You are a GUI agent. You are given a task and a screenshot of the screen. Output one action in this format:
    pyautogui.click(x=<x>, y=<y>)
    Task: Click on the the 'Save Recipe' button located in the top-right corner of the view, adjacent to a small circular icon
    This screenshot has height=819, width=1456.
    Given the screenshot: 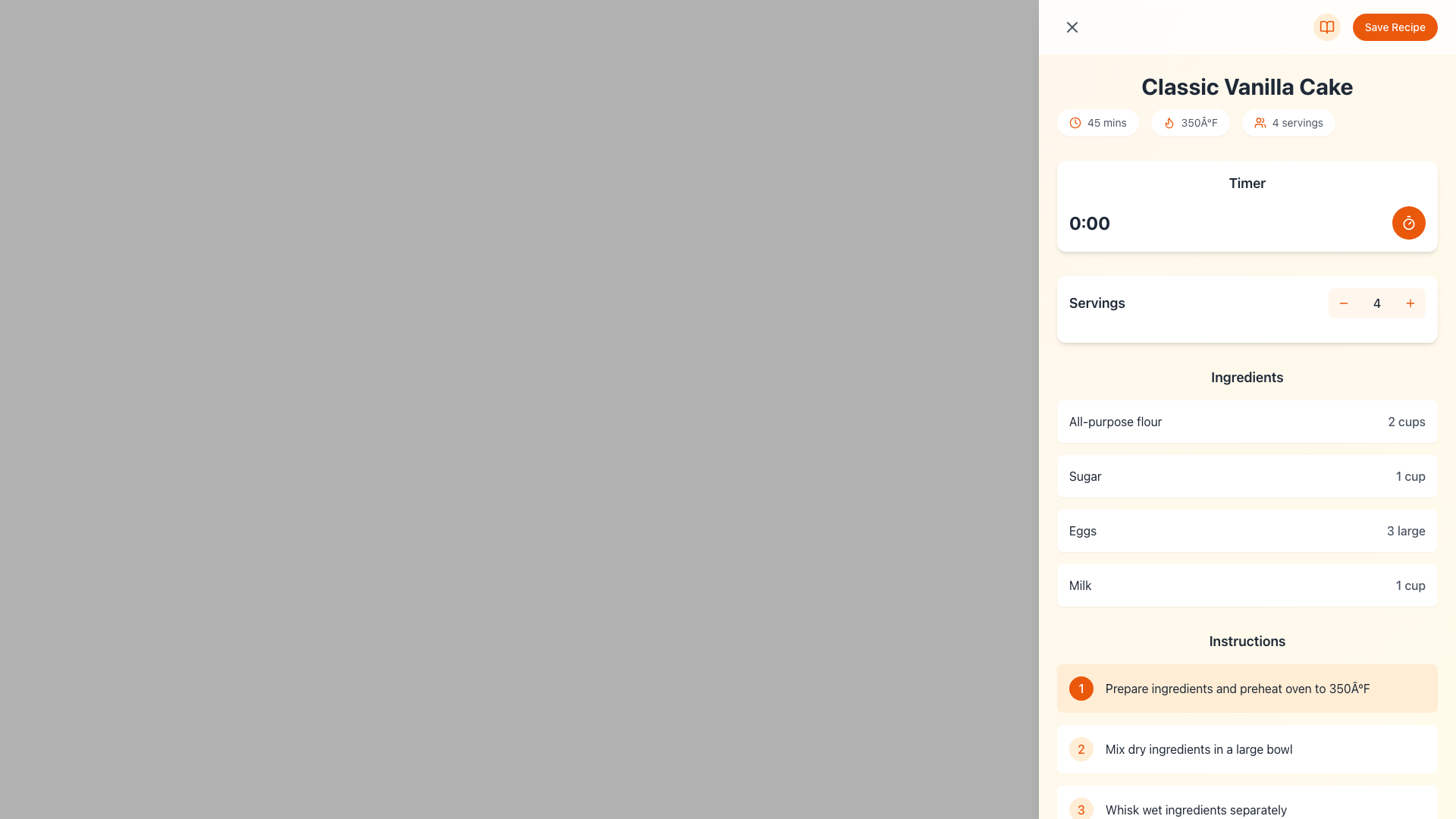 What is the action you would take?
    pyautogui.click(x=1375, y=27)
    